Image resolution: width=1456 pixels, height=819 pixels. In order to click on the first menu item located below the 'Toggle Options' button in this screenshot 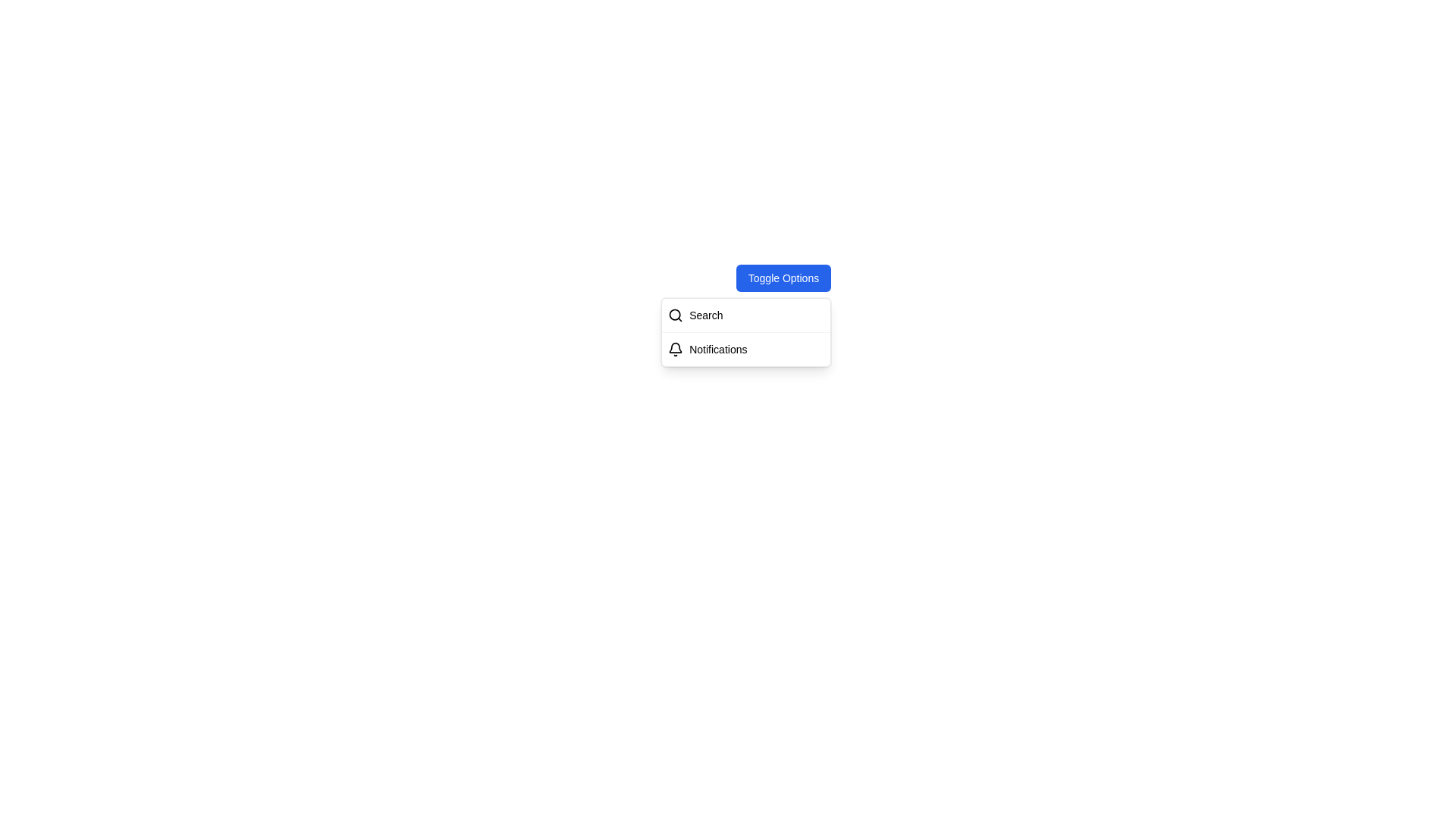, I will do `click(746, 315)`.